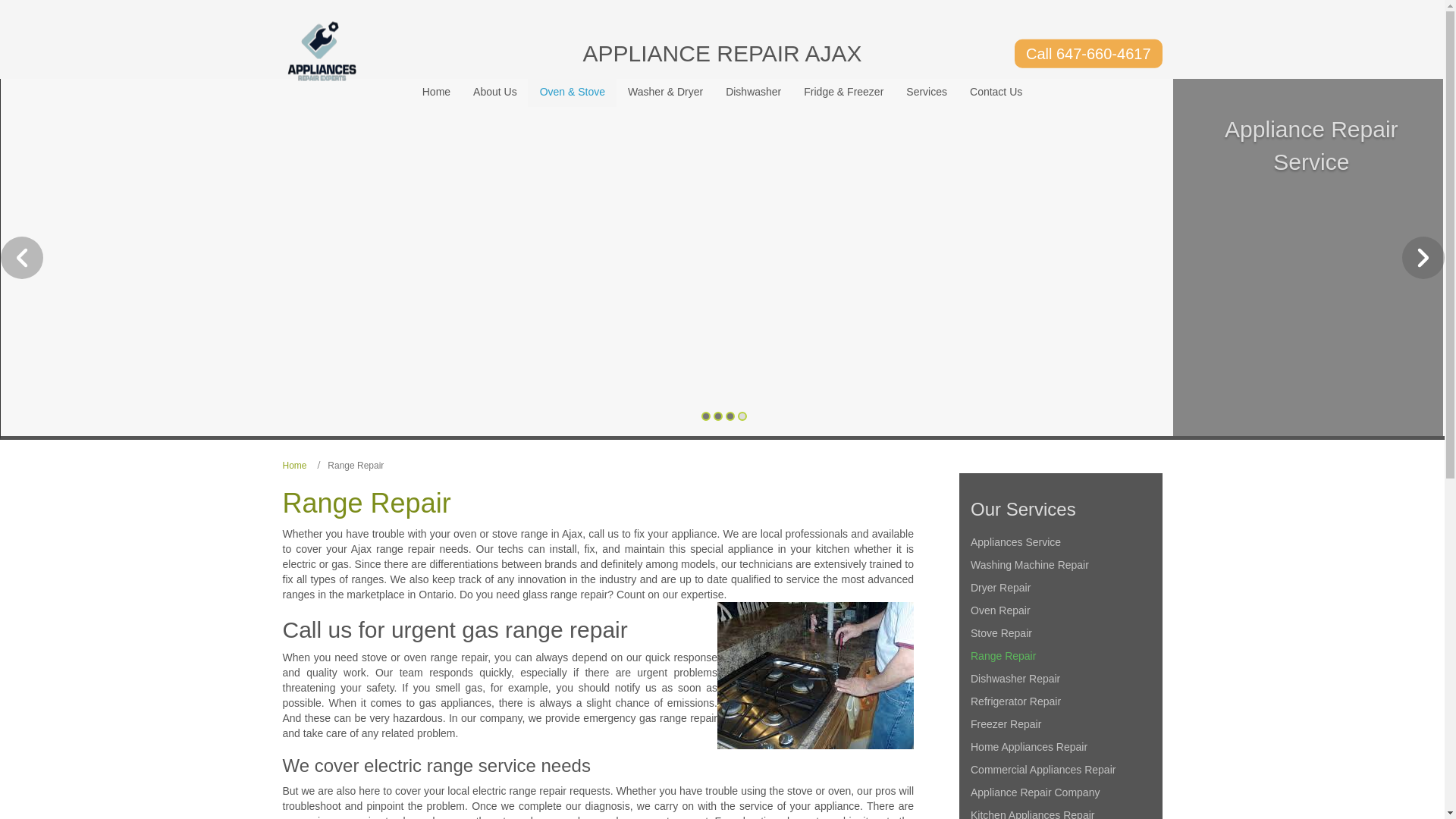 The height and width of the screenshot is (819, 1456). What do you see at coordinates (1059, 723) in the screenshot?
I see `'Freezer Repair'` at bounding box center [1059, 723].